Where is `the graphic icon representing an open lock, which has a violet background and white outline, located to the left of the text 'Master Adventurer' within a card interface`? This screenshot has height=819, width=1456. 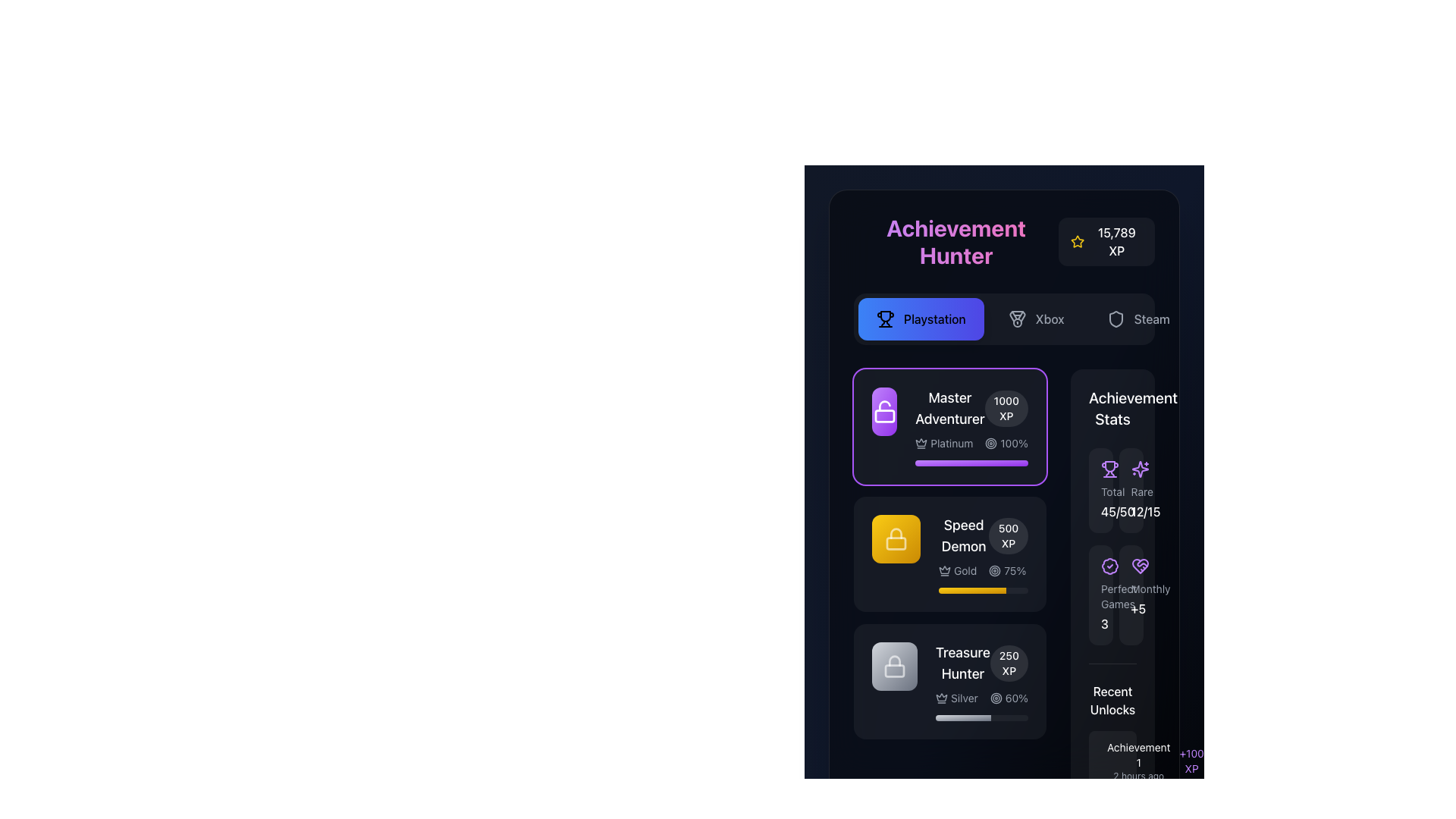
the graphic icon representing an open lock, which has a violet background and white outline, located to the left of the text 'Master Adventurer' within a card interface is located at coordinates (884, 416).